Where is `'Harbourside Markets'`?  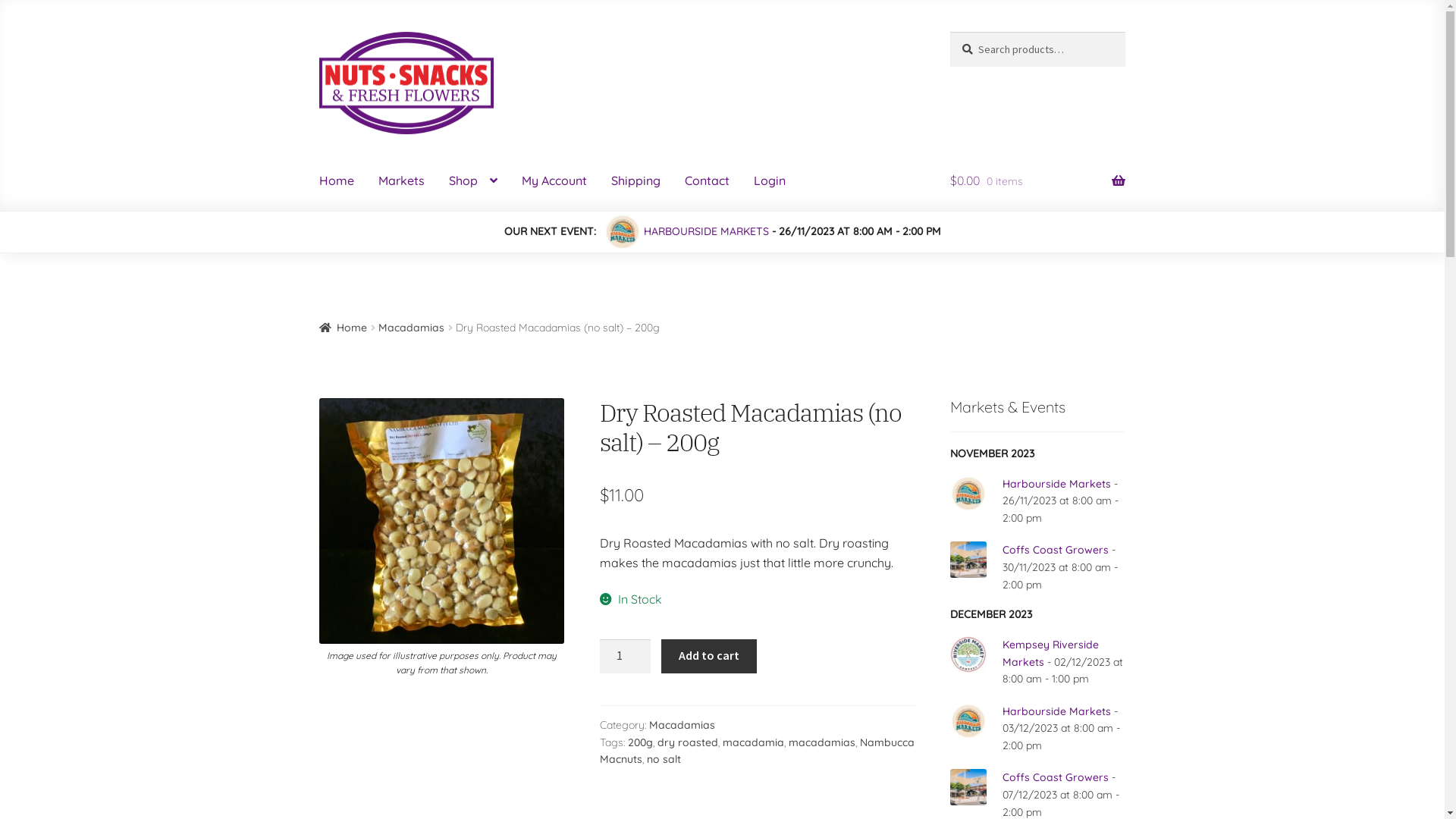 'Harbourside Markets' is located at coordinates (1056, 483).